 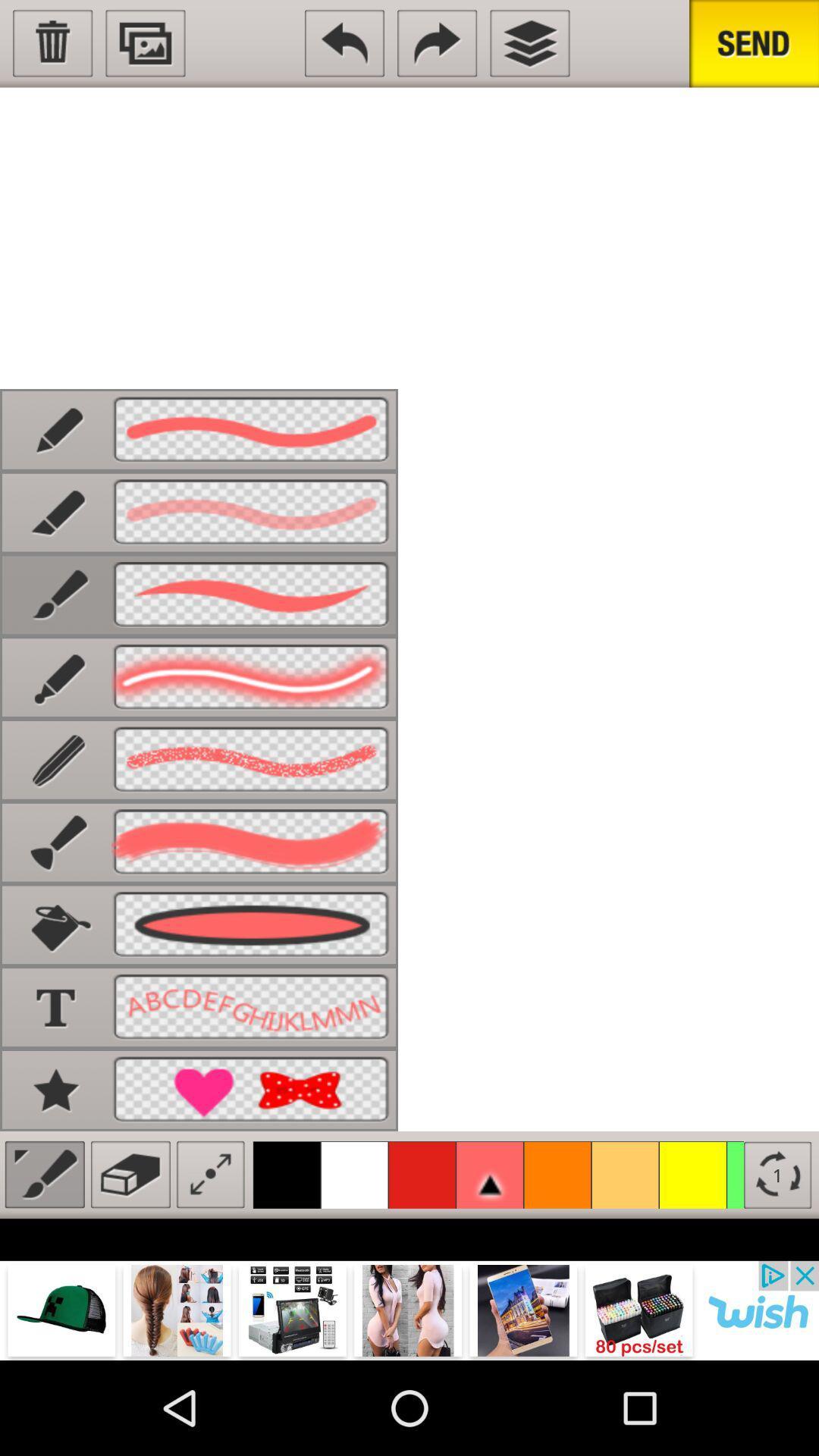 What do you see at coordinates (529, 43) in the screenshot?
I see `duplicate merge and reorder layers` at bounding box center [529, 43].